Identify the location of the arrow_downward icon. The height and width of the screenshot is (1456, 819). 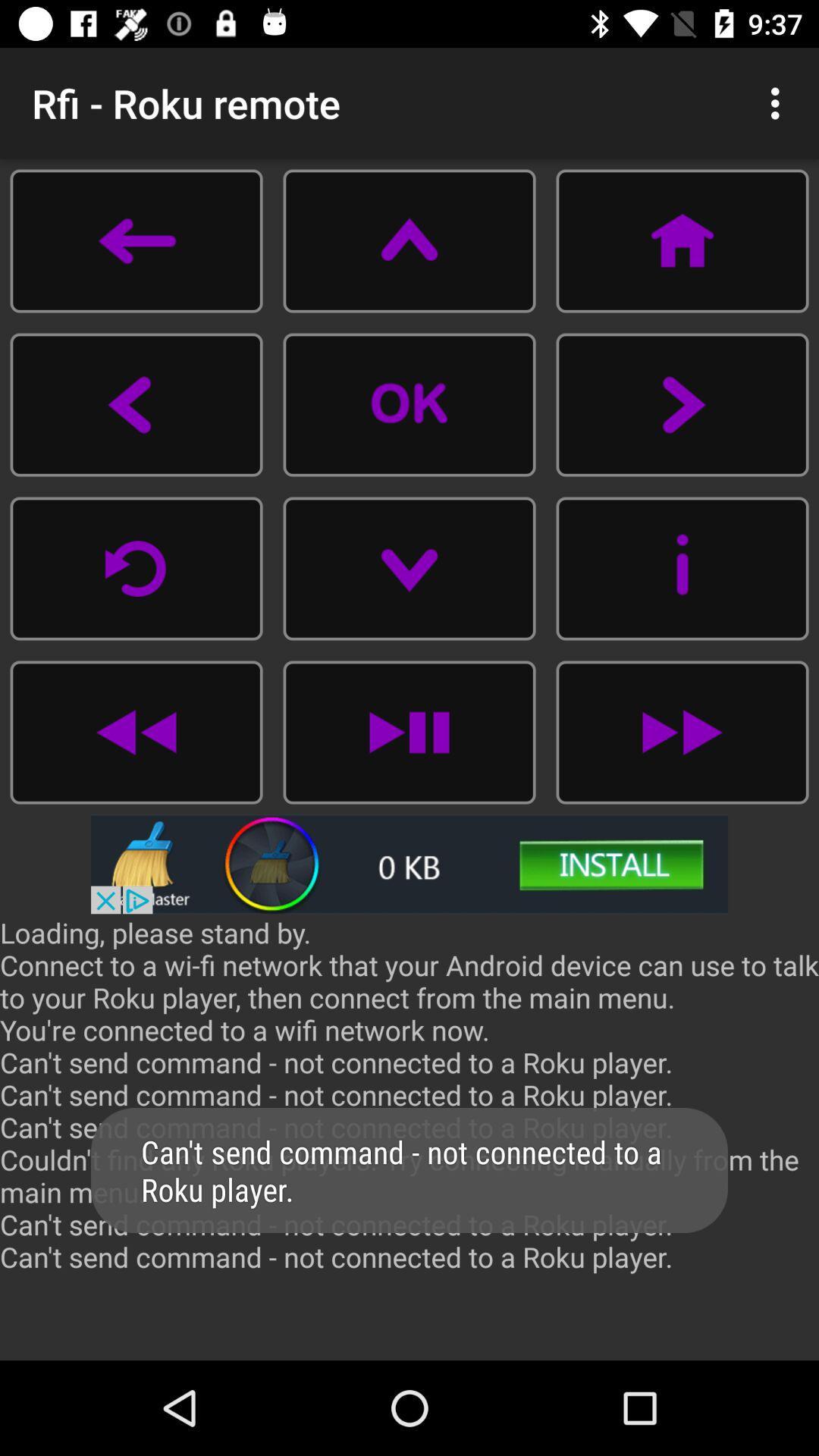
(409, 567).